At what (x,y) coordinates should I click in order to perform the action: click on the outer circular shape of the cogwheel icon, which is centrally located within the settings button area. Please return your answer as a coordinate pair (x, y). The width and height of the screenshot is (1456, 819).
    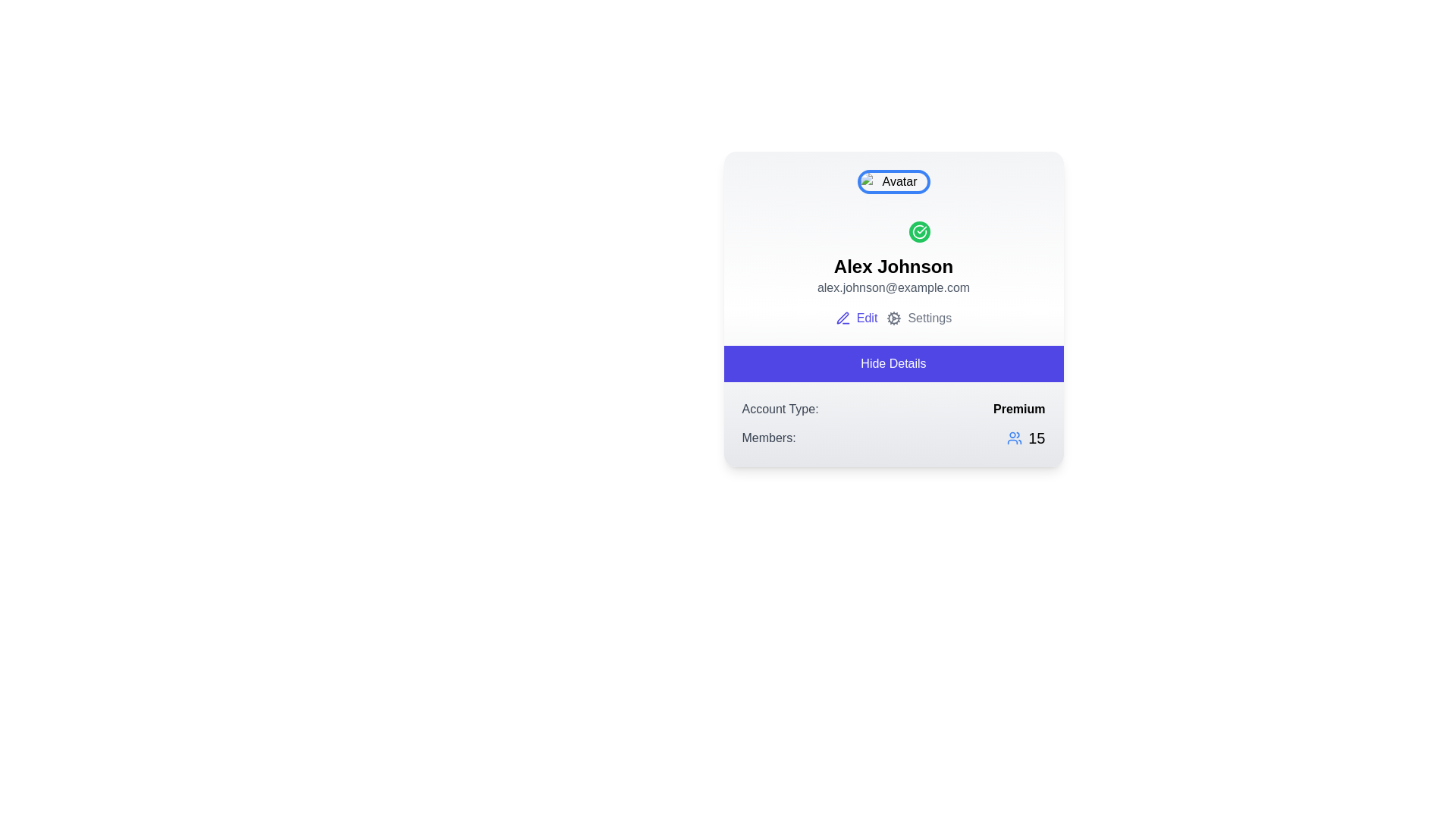
    Looking at the image, I should click on (894, 318).